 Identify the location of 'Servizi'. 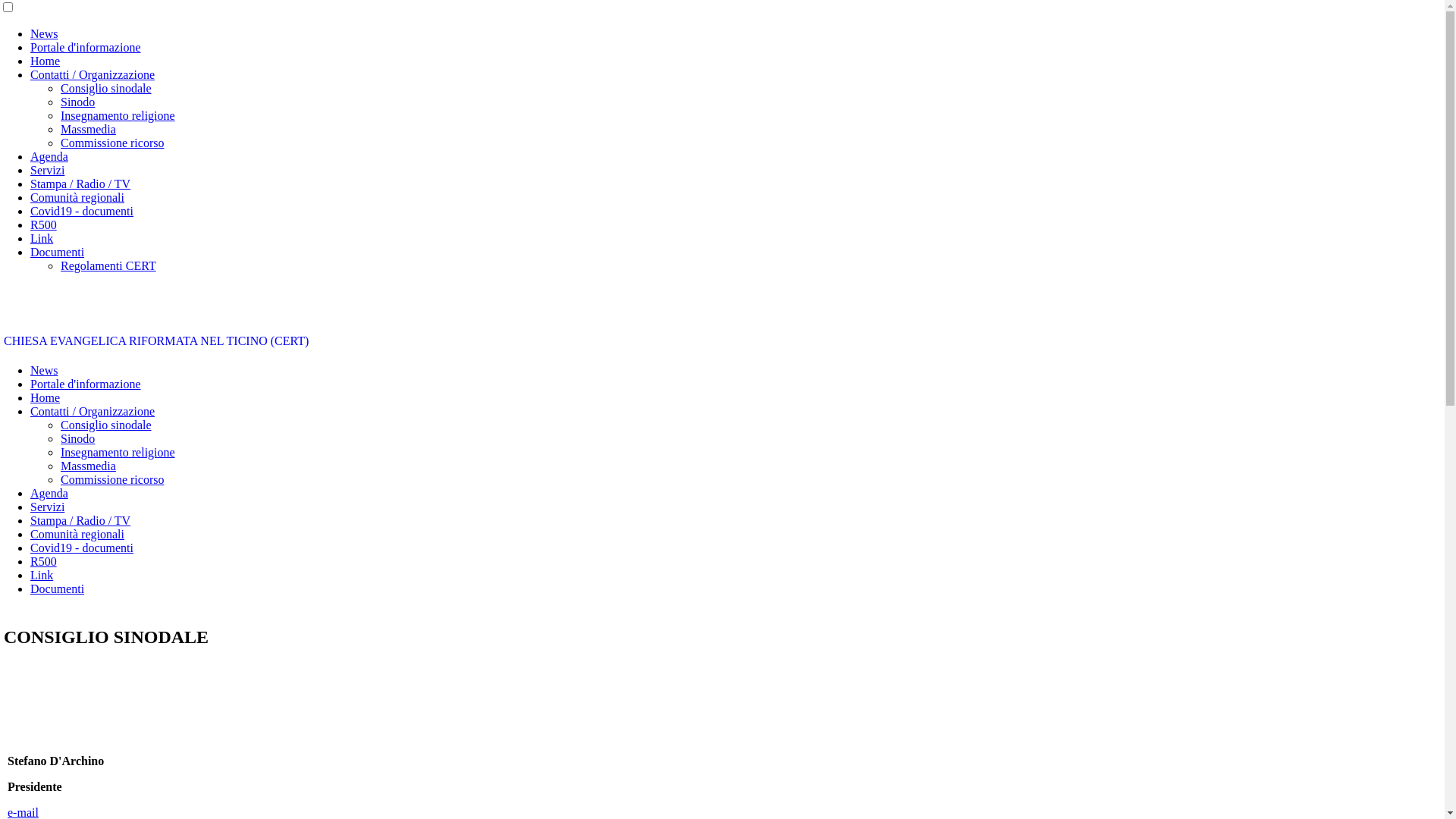
(30, 170).